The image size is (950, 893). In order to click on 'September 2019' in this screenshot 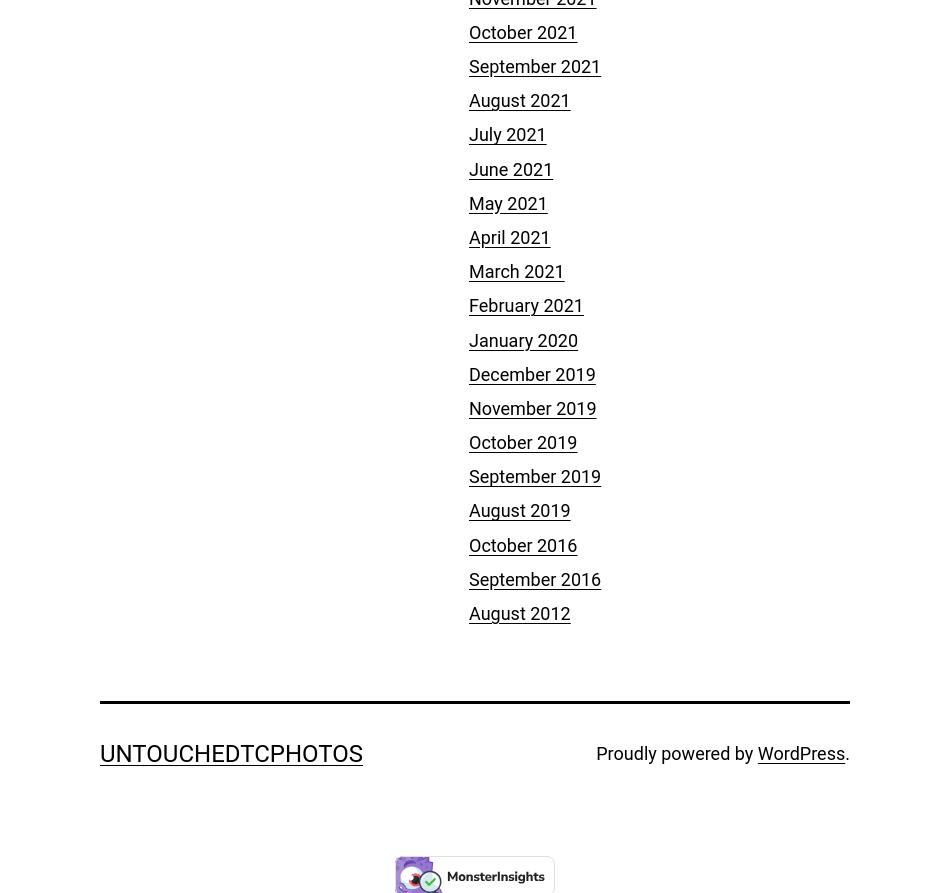, I will do `click(468, 475)`.